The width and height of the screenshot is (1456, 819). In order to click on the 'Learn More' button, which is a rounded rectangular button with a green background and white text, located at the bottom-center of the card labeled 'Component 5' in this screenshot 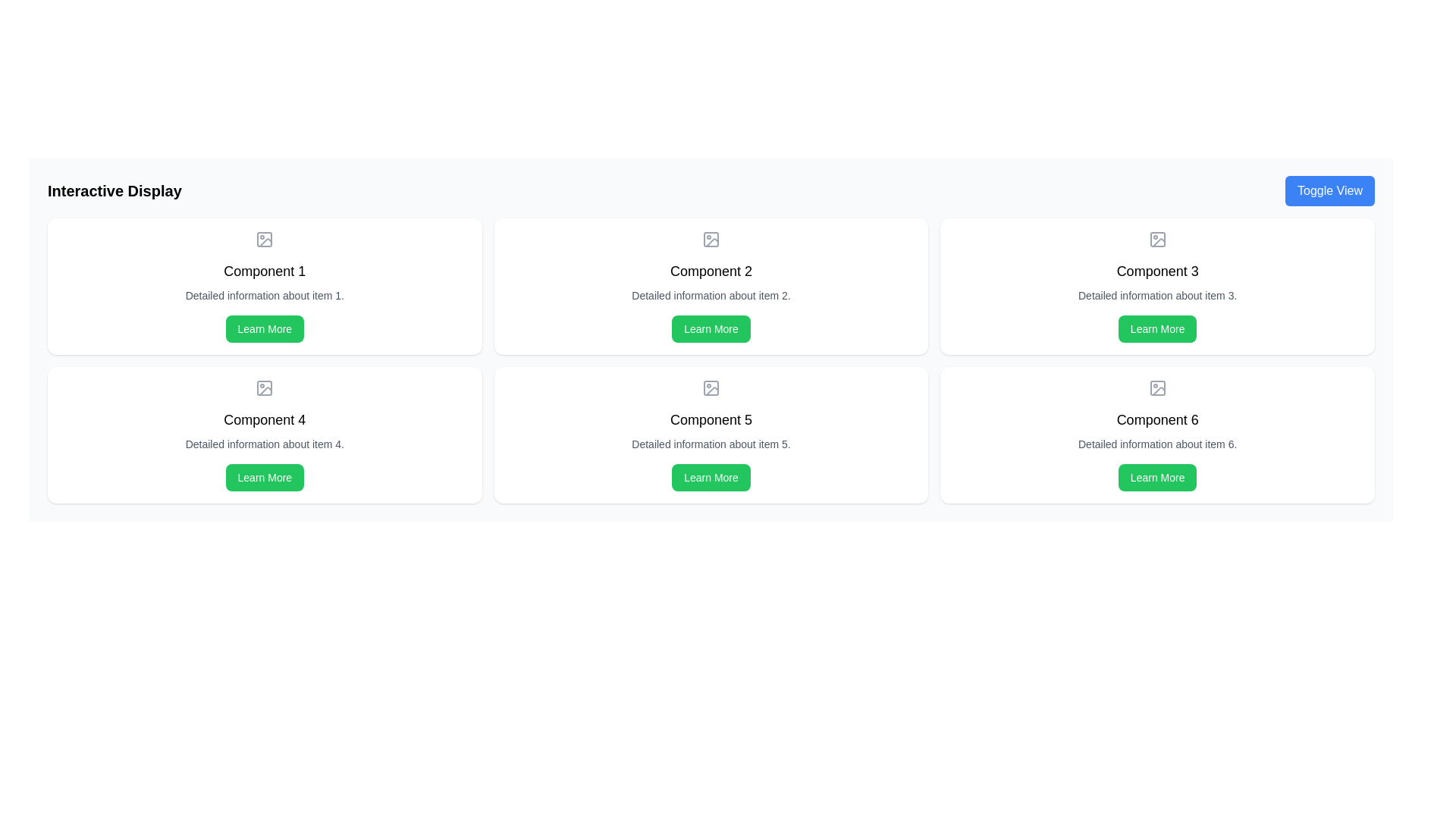, I will do `click(710, 476)`.